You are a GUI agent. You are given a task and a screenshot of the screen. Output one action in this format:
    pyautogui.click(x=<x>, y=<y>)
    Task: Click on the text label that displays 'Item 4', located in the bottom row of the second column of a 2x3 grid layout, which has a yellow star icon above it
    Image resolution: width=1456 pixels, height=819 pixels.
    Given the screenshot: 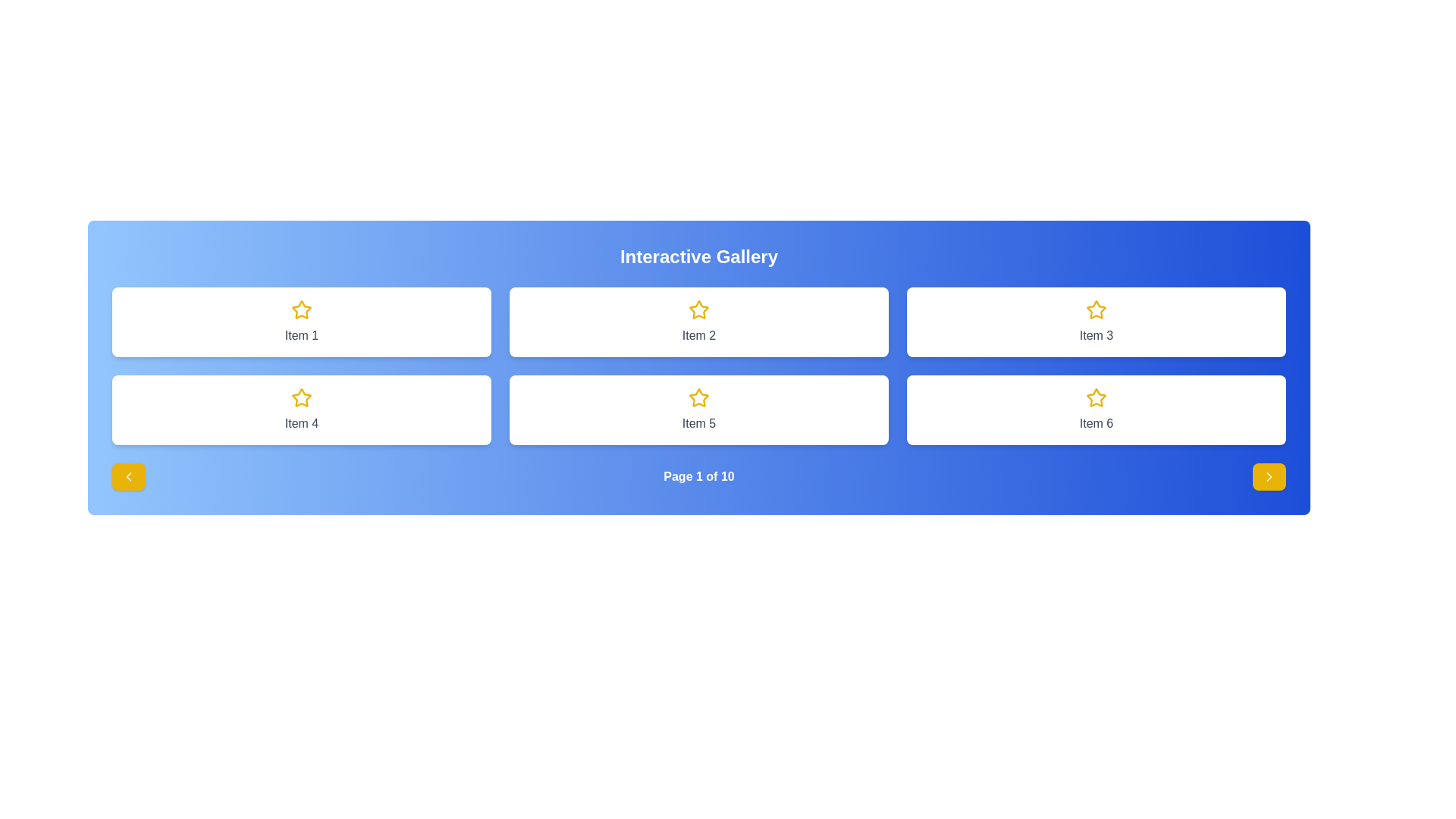 What is the action you would take?
    pyautogui.click(x=302, y=424)
    